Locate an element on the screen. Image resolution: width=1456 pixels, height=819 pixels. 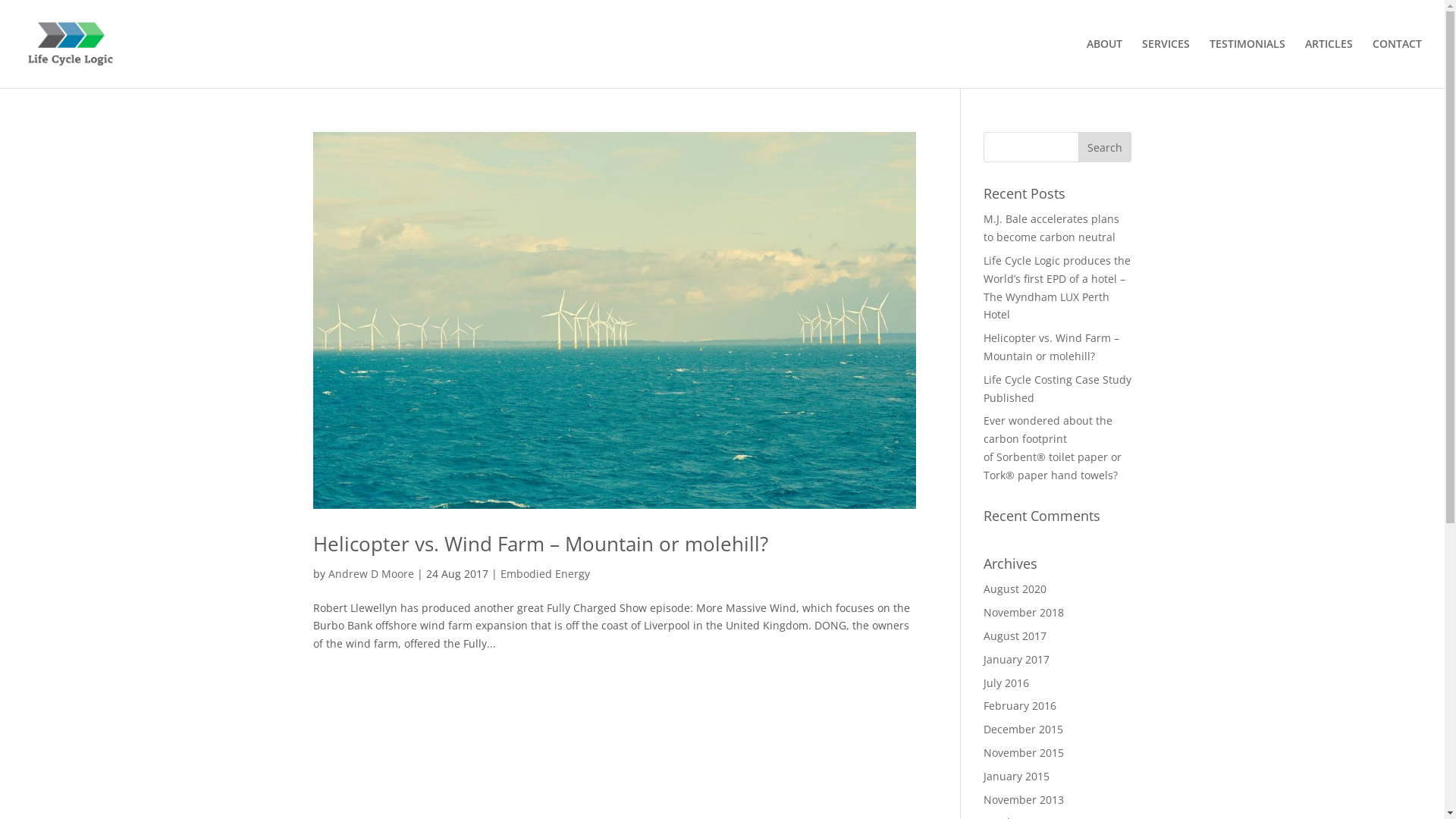
'Life Cycle Costing Case Study Published' is located at coordinates (1056, 388).